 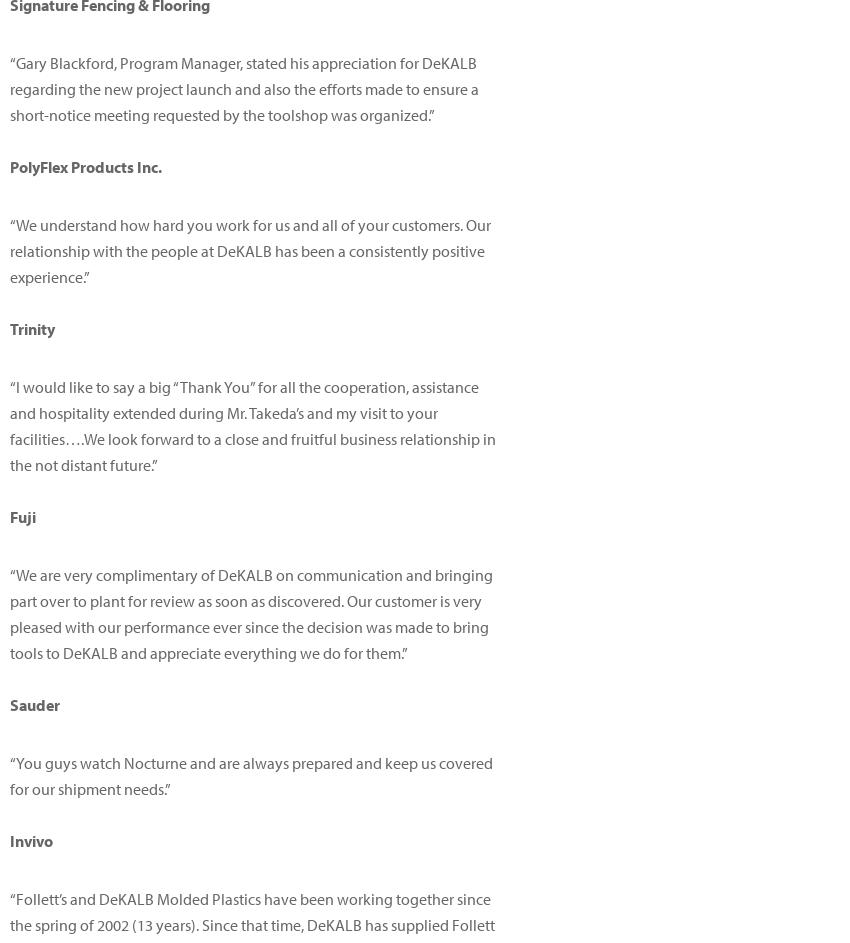 I want to click on 'Trinity', so click(x=9, y=329).